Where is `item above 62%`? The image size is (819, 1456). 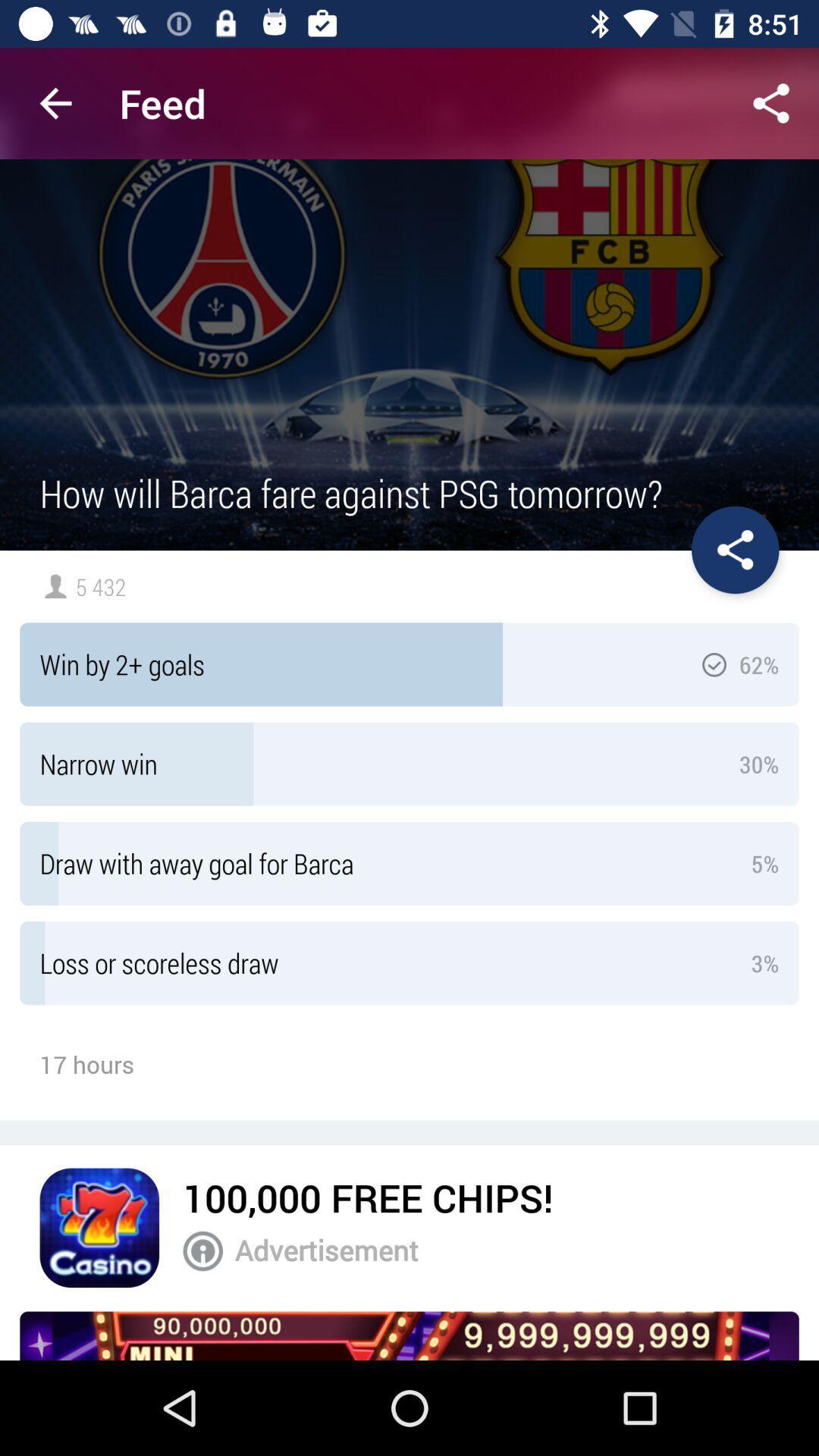
item above 62% is located at coordinates (734, 549).